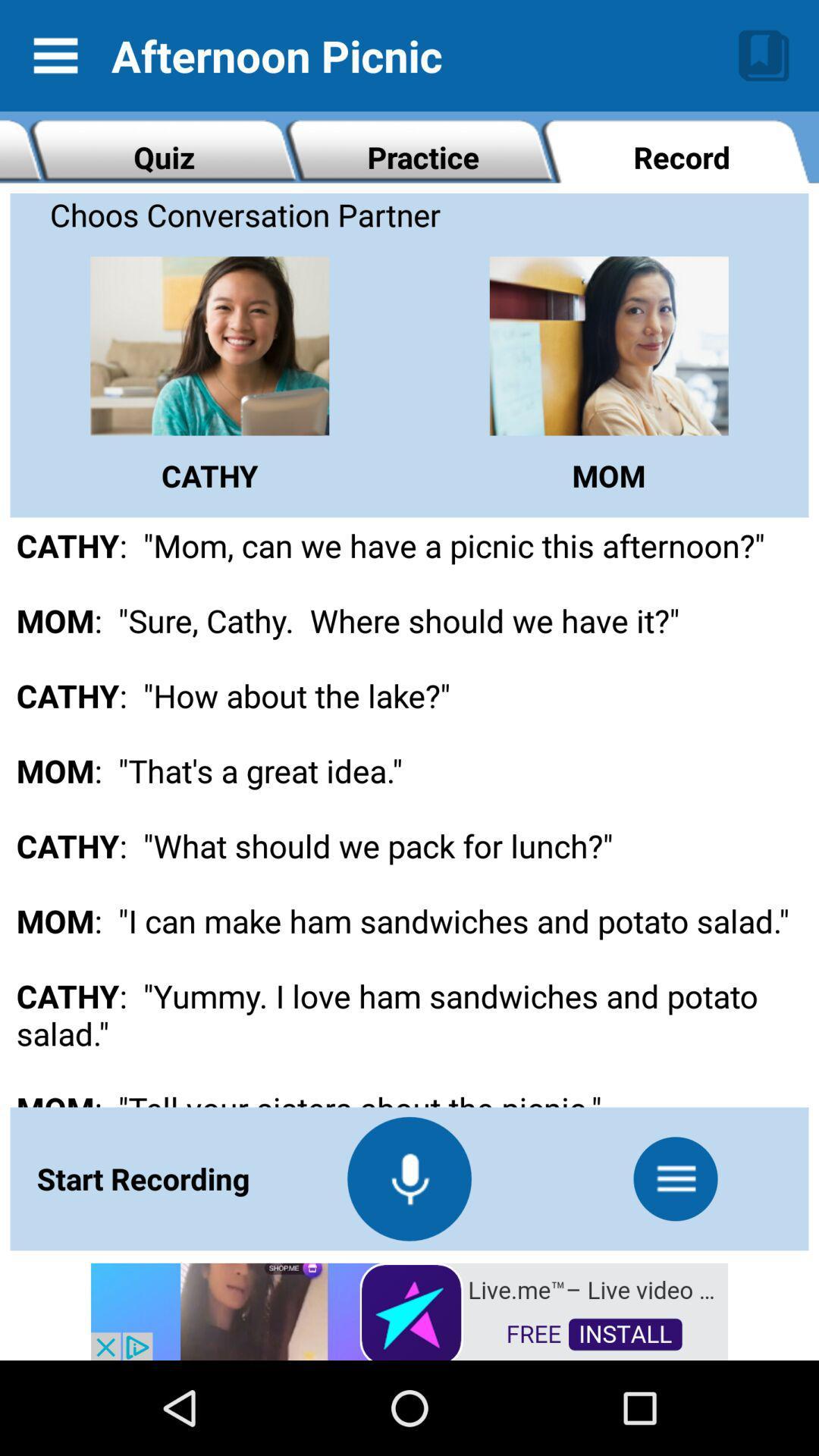 The image size is (819, 1456). What do you see at coordinates (409, 1178) in the screenshot?
I see `start recording` at bounding box center [409, 1178].